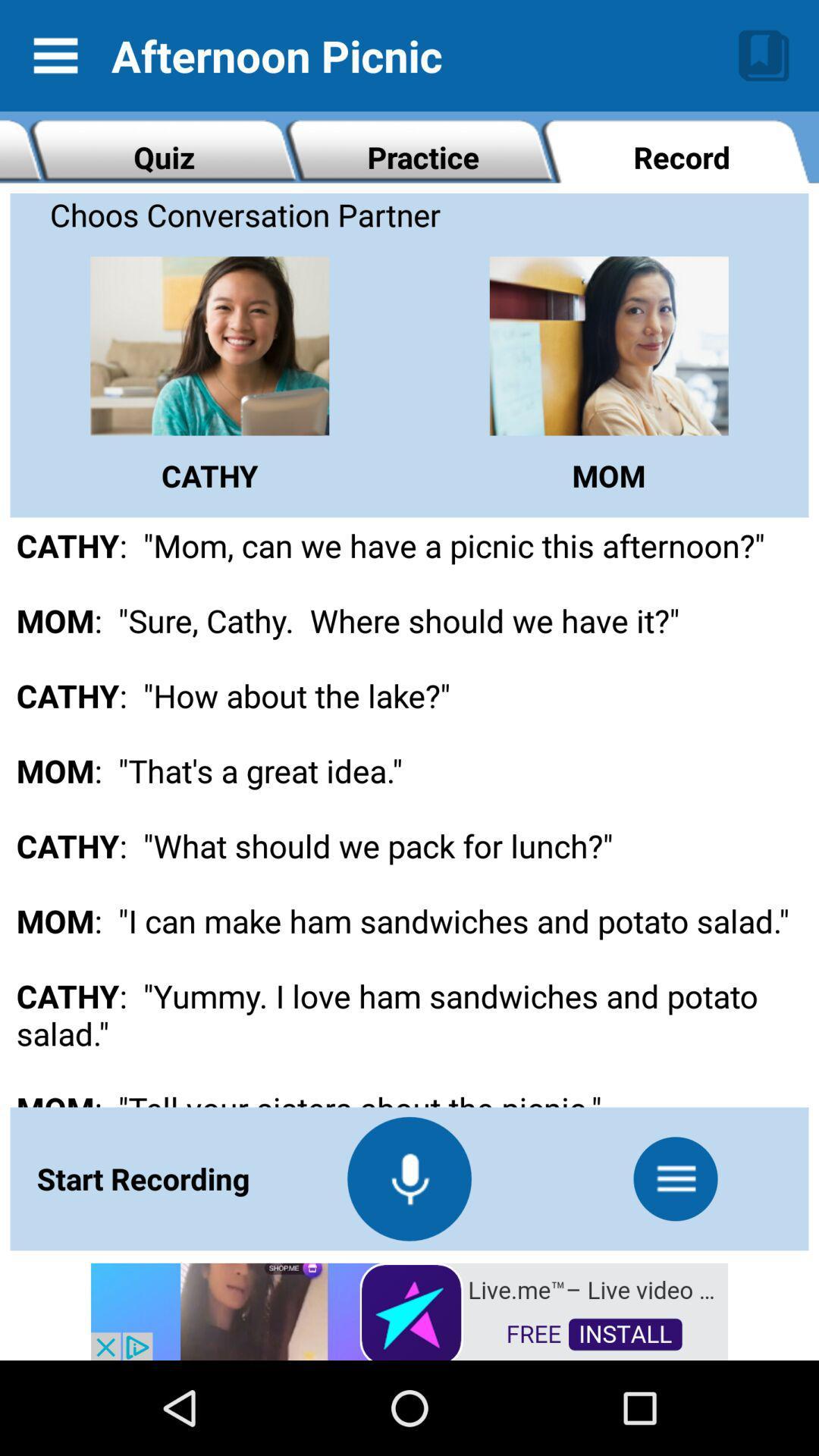 The image size is (819, 1456). What do you see at coordinates (409, 1178) in the screenshot?
I see `start recording` at bounding box center [409, 1178].